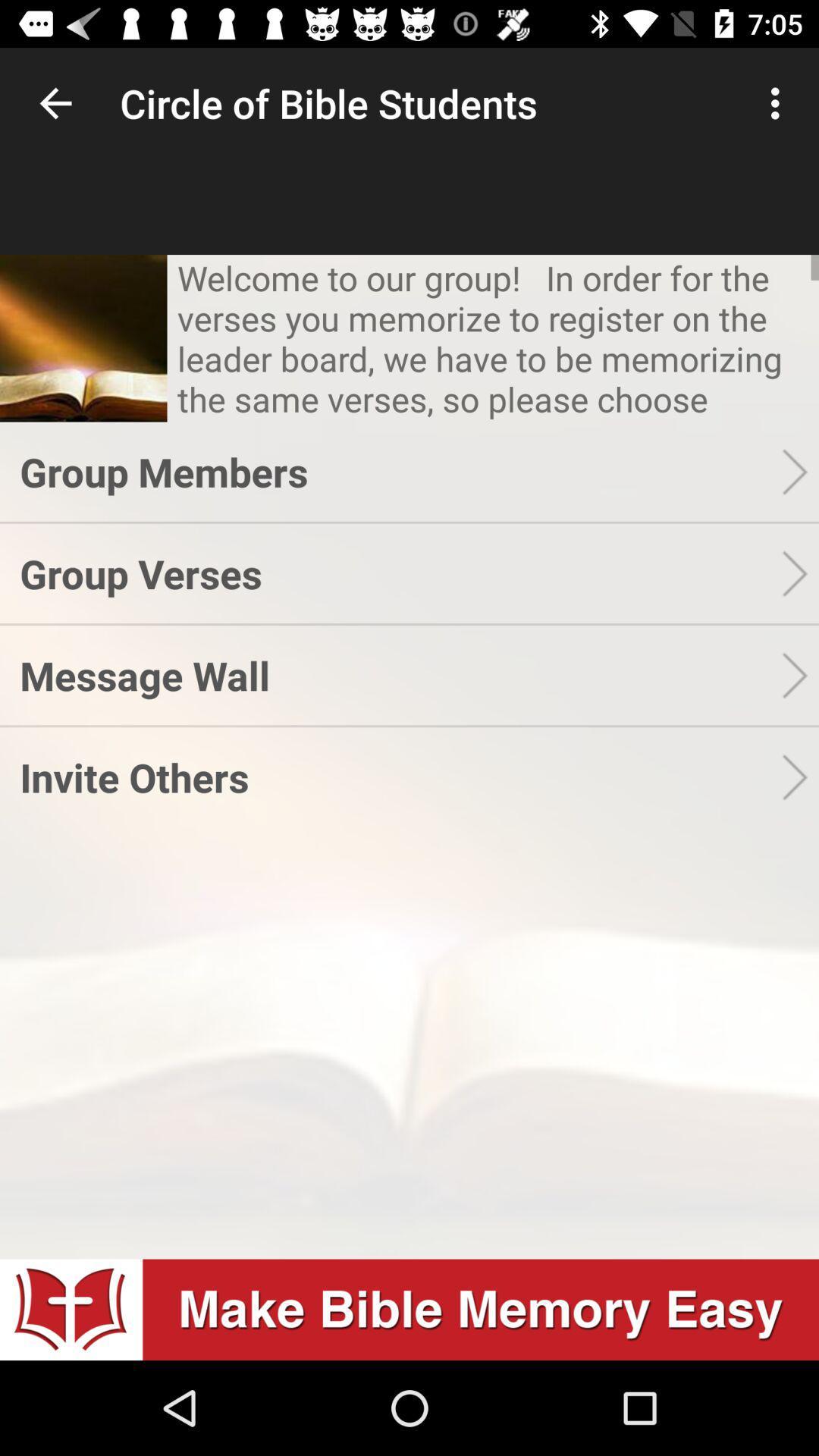 The width and height of the screenshot is (819, 1456). I want to click on app above invite others item, so click(400, 674).